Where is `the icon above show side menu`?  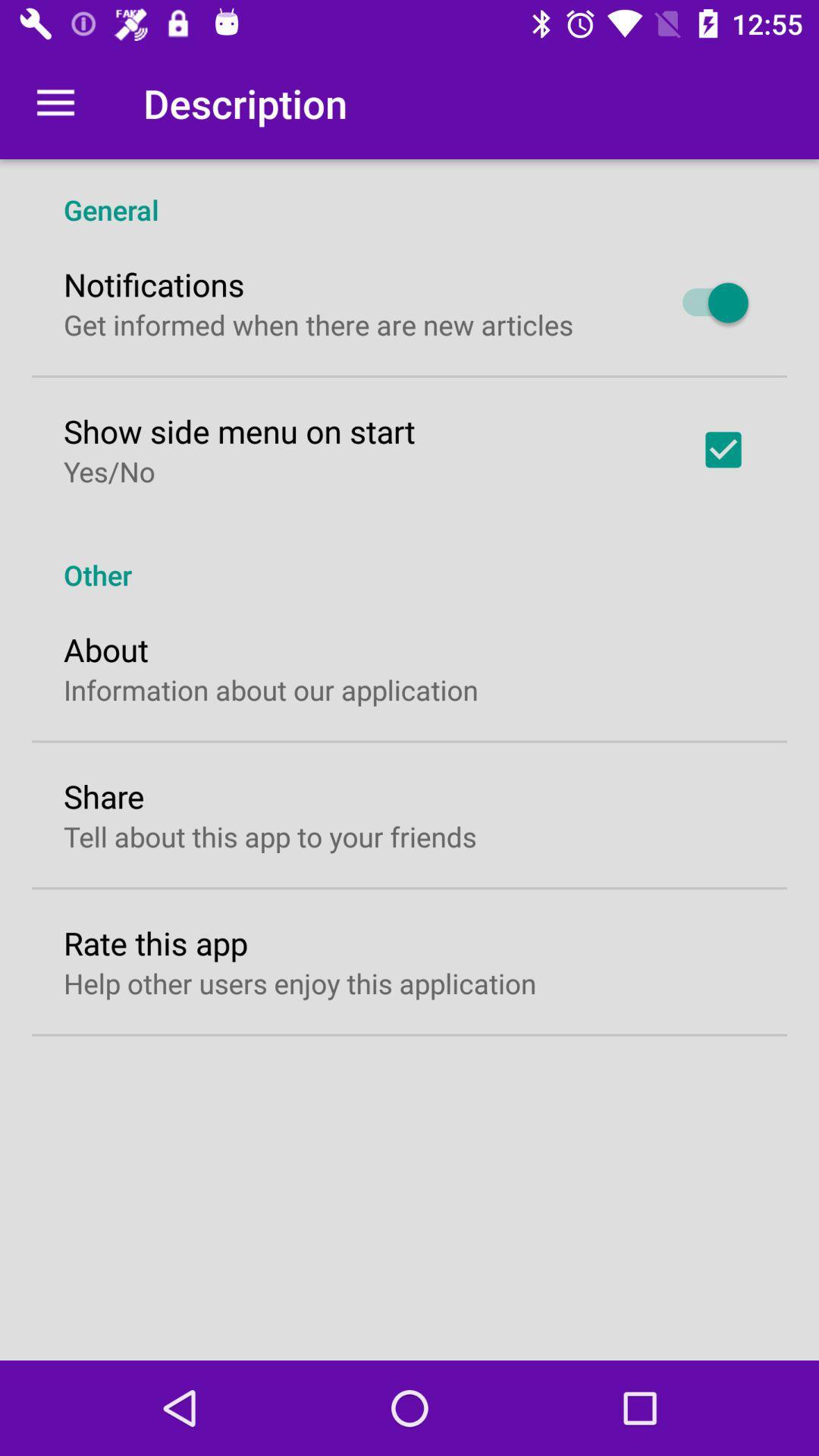
the icon above show side menu is located at coordinates (318, 324).